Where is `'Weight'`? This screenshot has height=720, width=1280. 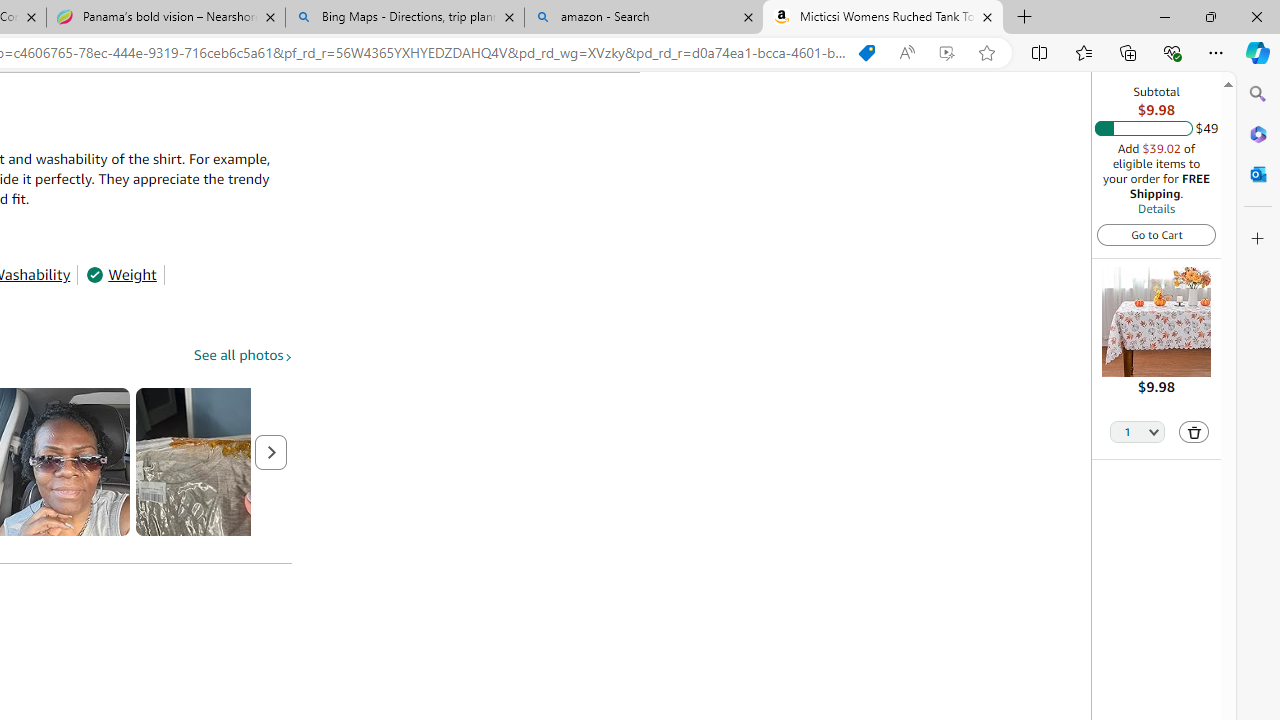 'Weight' is located at coordinates (120, 275).